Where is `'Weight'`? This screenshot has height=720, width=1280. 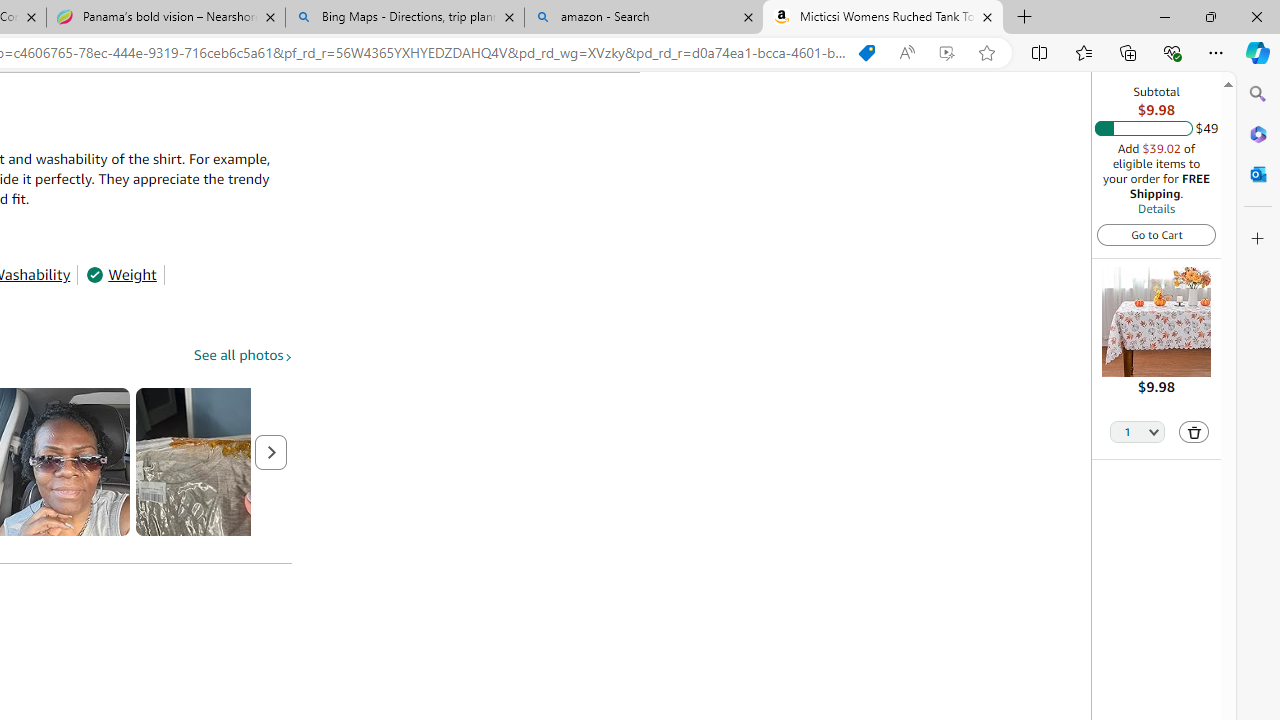 'Weight' is located at coordinates (120, 275).